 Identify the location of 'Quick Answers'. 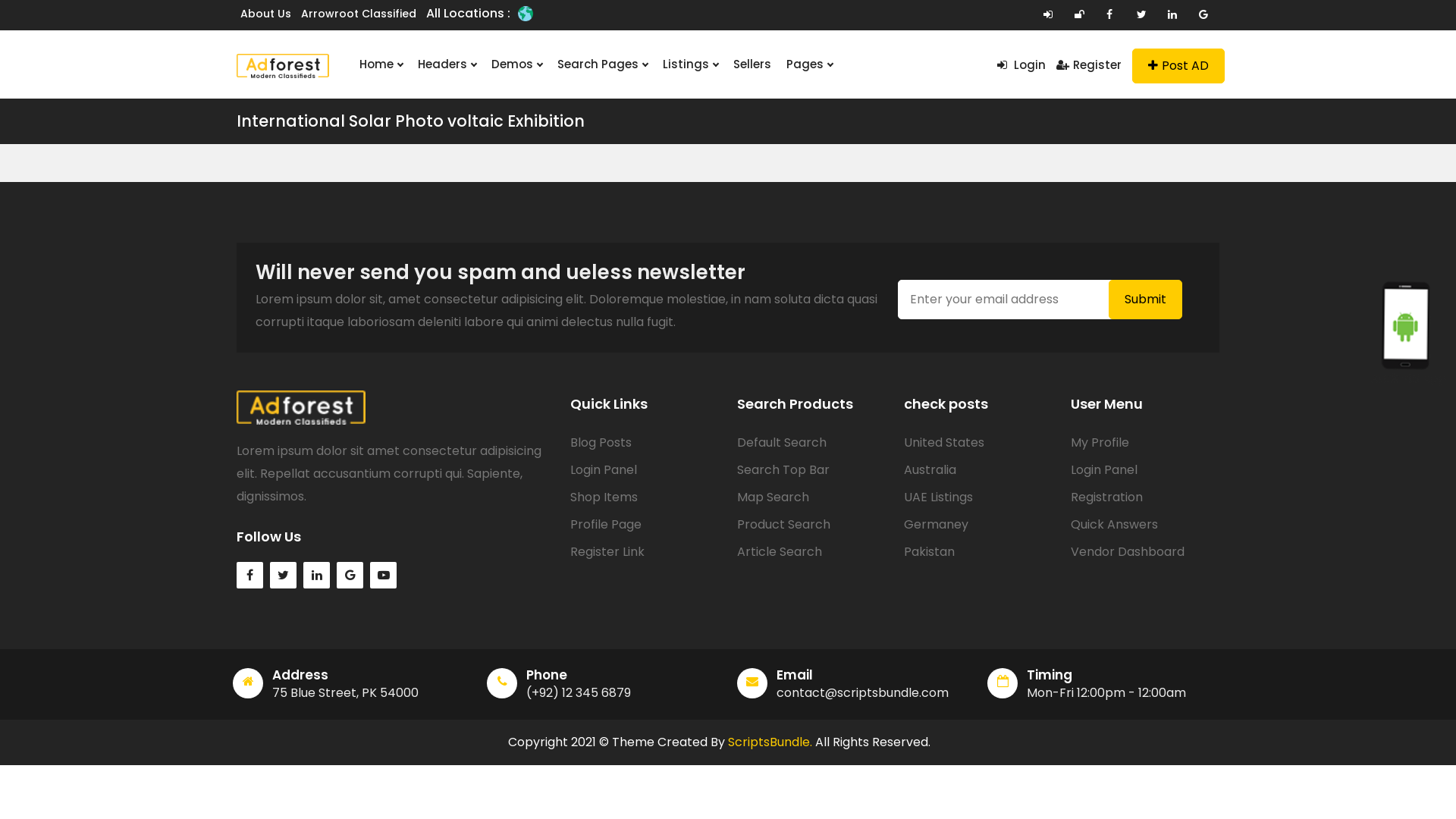
(1114, 523).